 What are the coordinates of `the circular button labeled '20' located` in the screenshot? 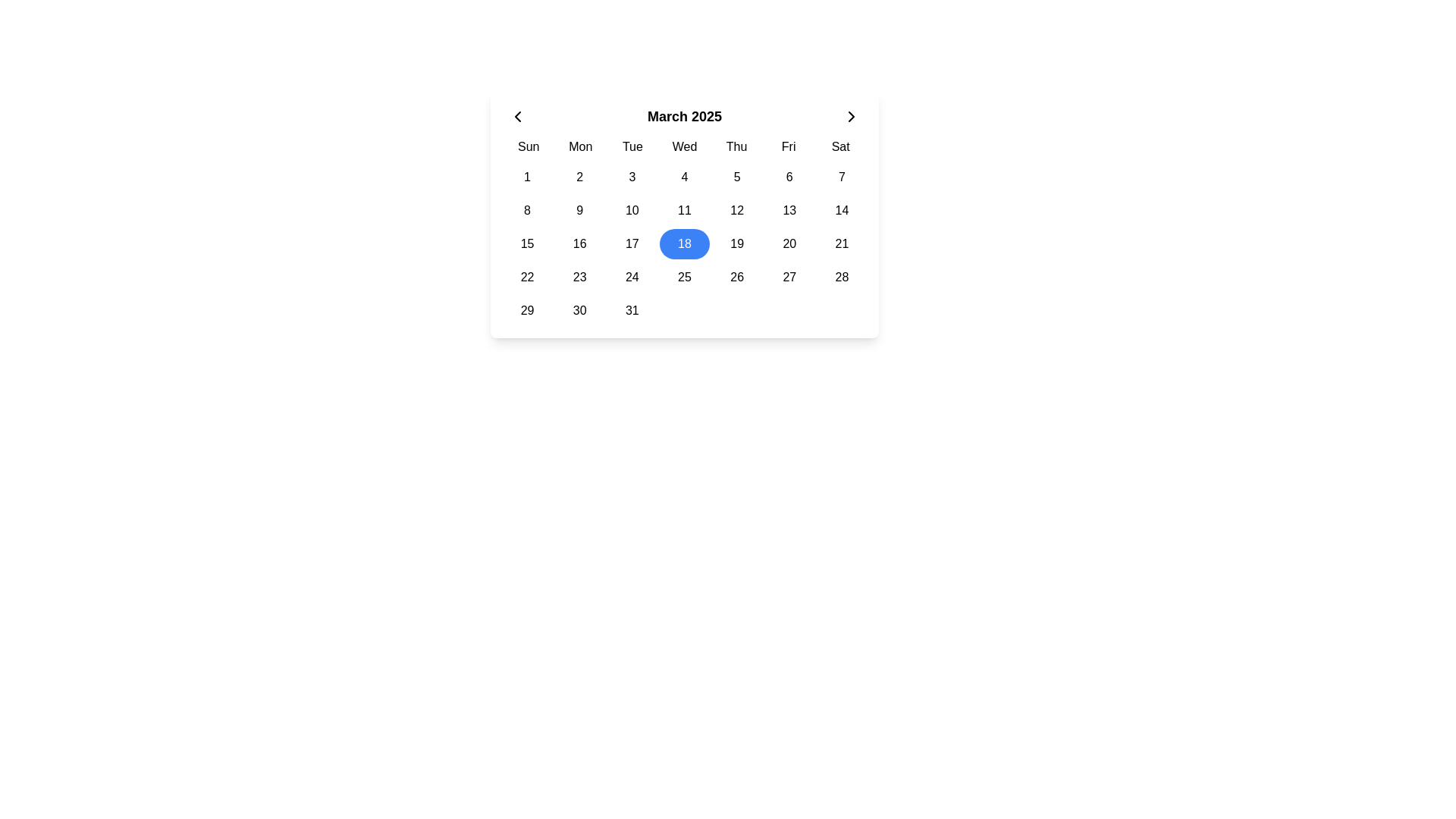 It's located at (789, 243).